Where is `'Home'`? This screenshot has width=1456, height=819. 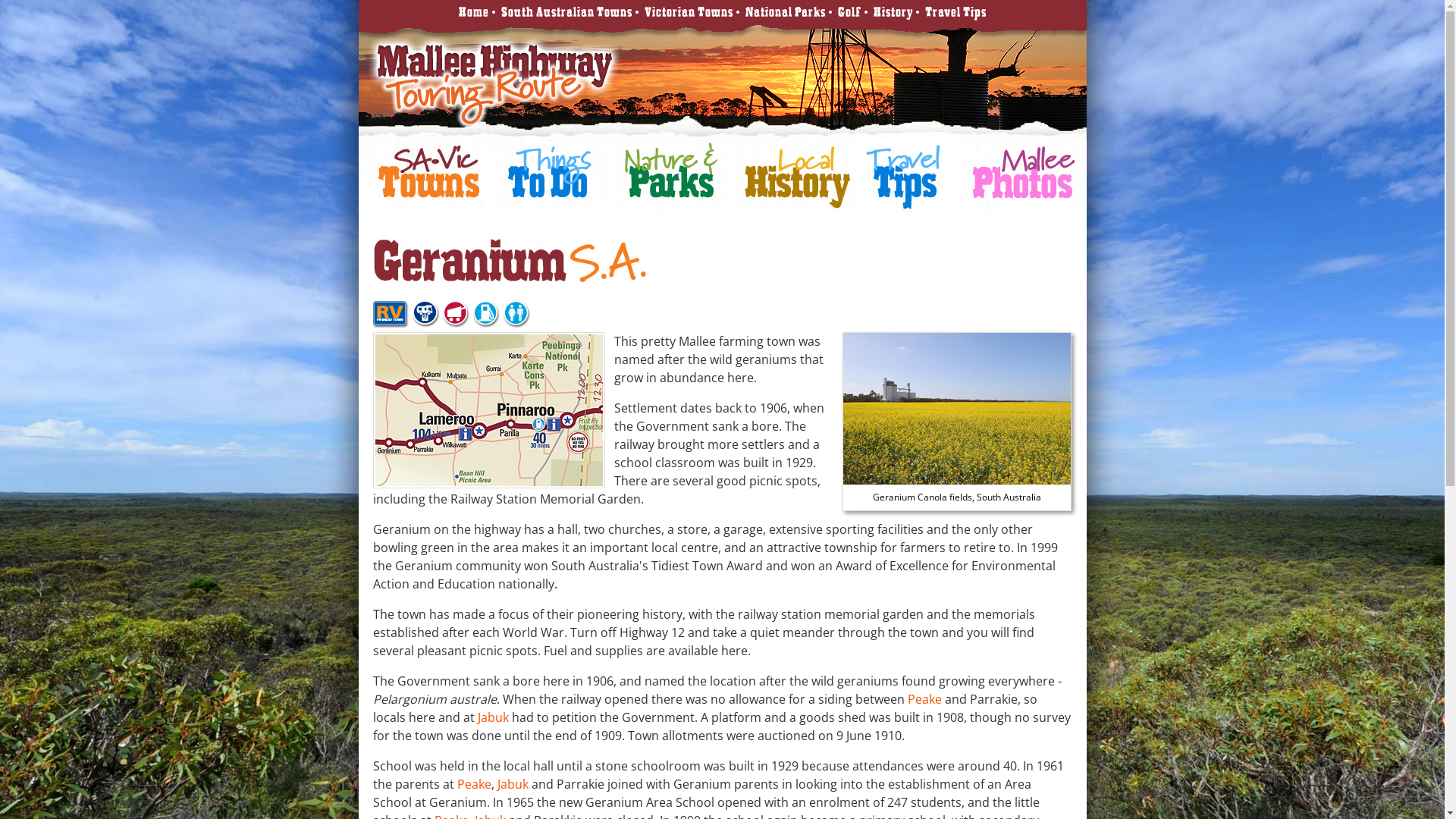
'Home' is located at coordinates (472, 11).